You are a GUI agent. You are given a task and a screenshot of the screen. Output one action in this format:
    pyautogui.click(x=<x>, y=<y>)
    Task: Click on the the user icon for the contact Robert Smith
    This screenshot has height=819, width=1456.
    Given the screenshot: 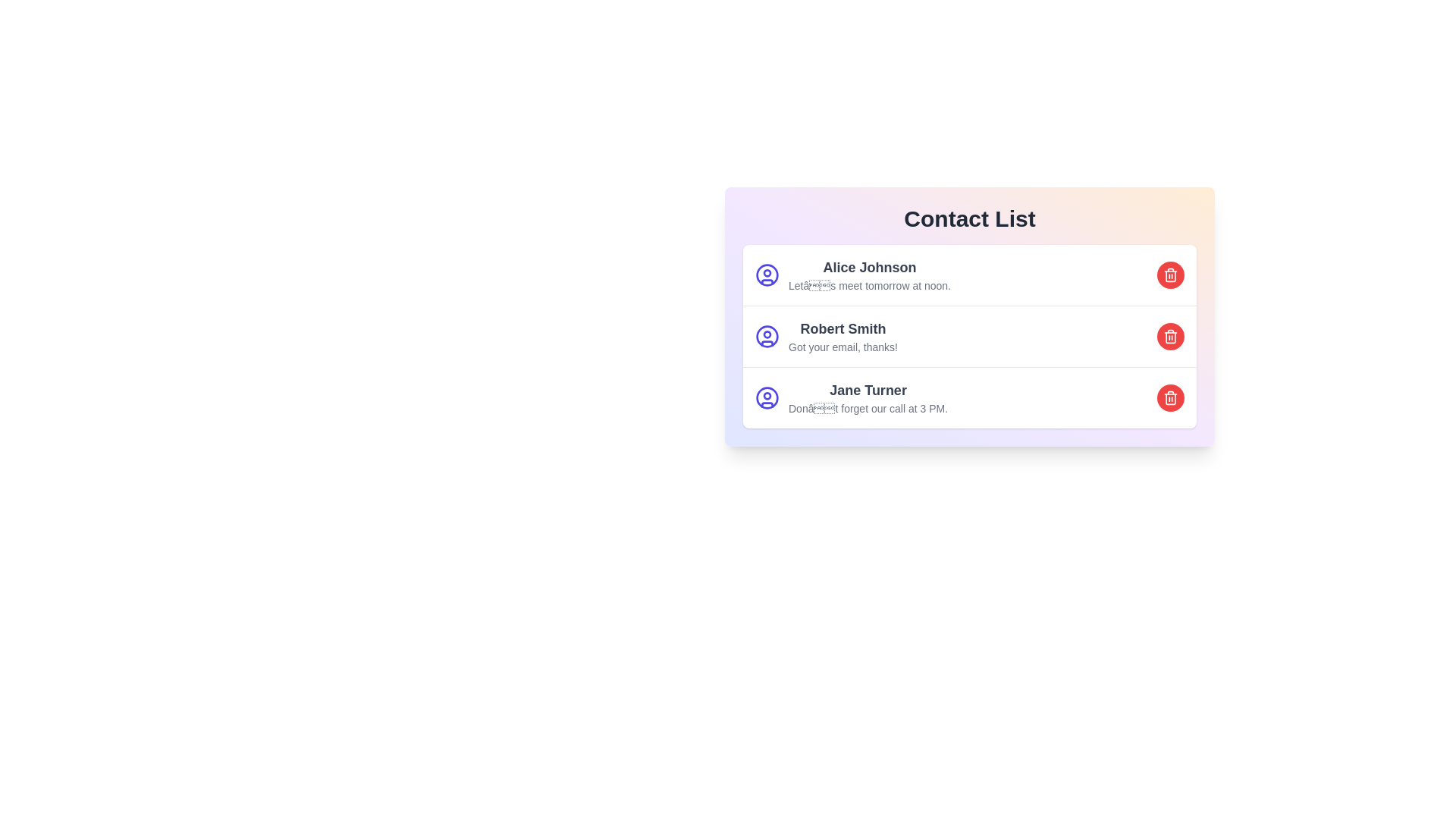 What is the action you would take?
    pyautogui.click(x=767, y=335)
    